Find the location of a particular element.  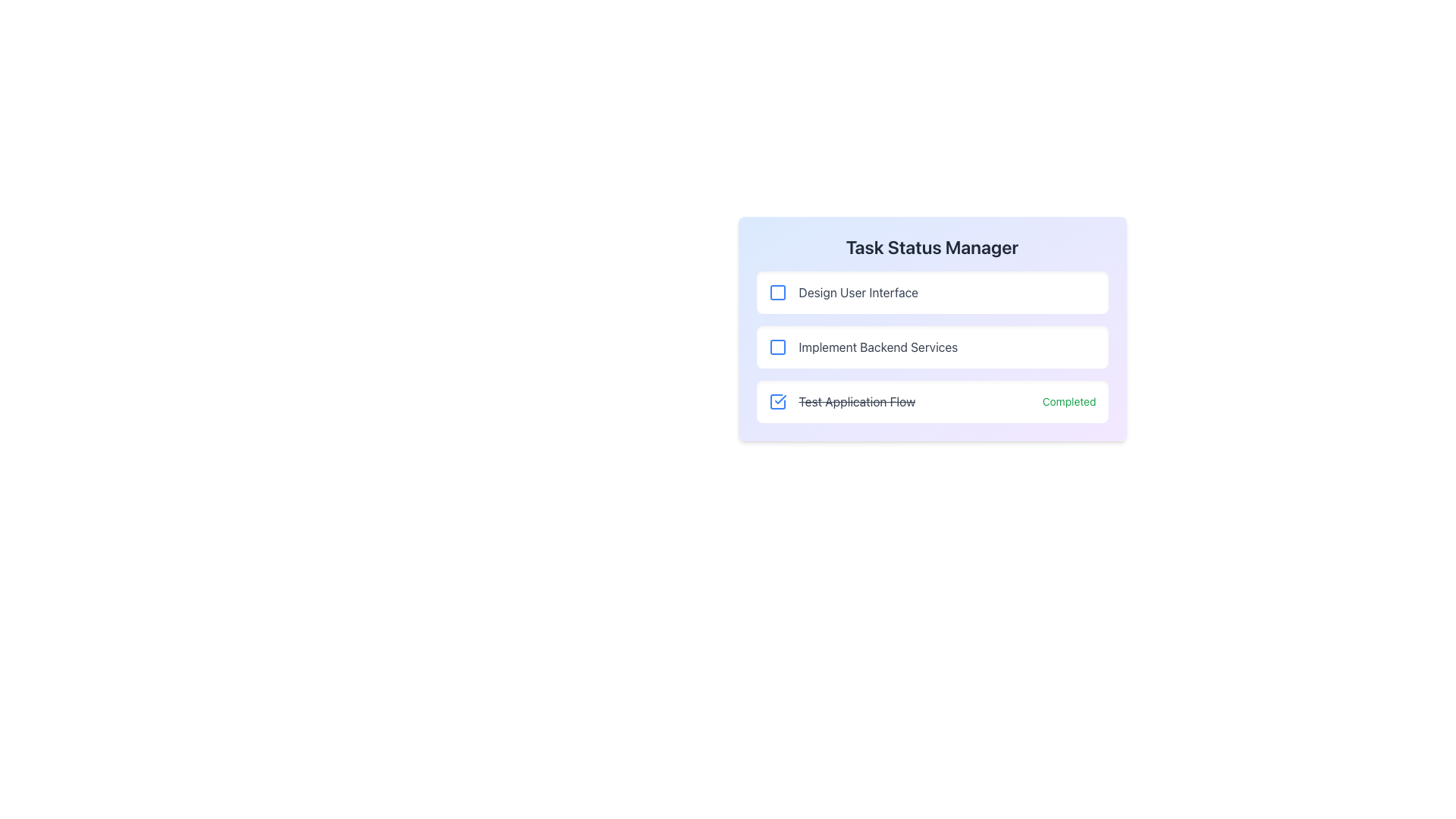

the Checkbox icon for the 'Test Application Flow' task is located at coordinates (777, 400).